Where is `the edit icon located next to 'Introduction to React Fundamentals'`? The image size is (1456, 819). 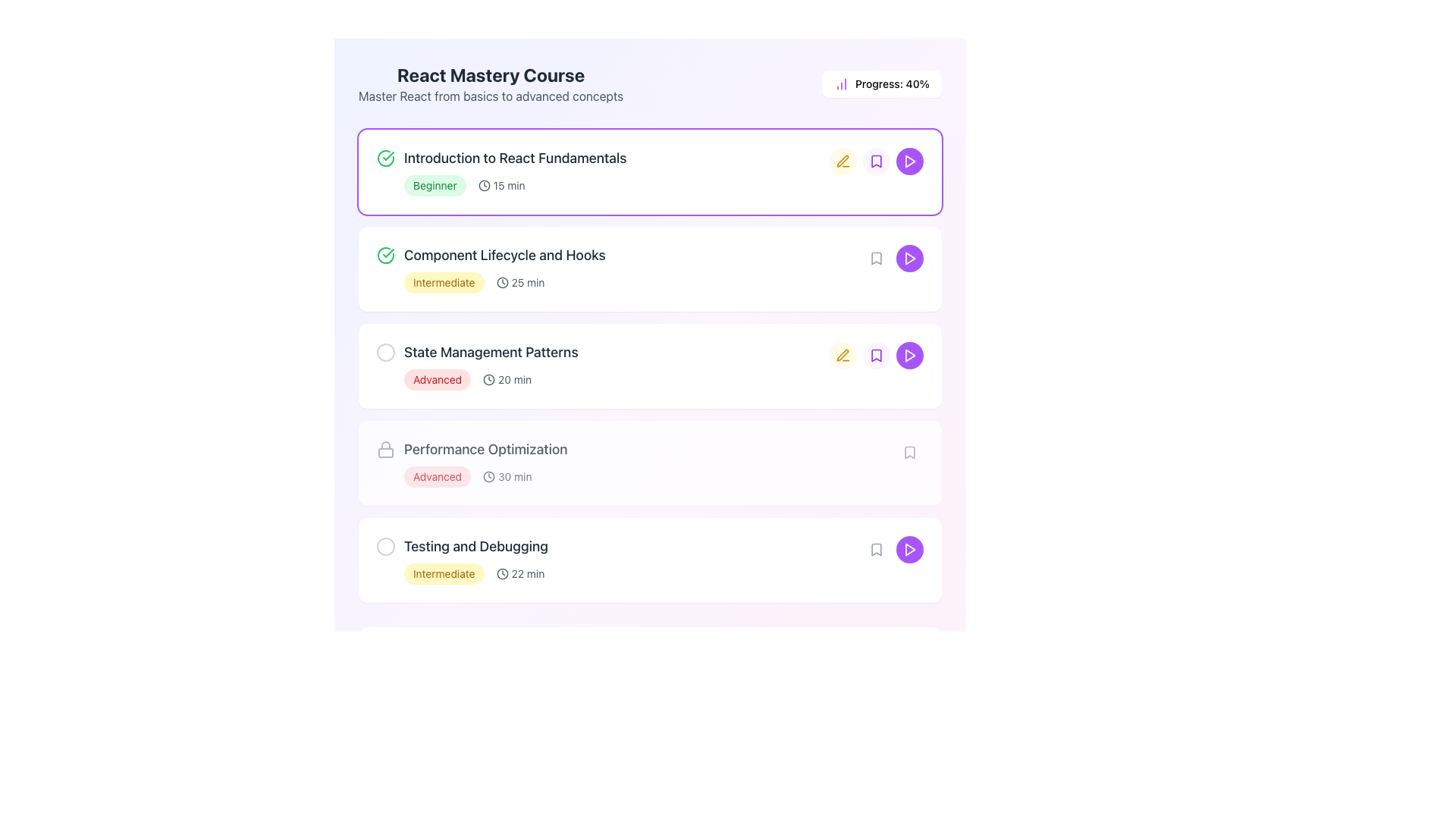 the edit icon located next to 'Introduction to React Fundamentals' is located at coordinates (842, 355).